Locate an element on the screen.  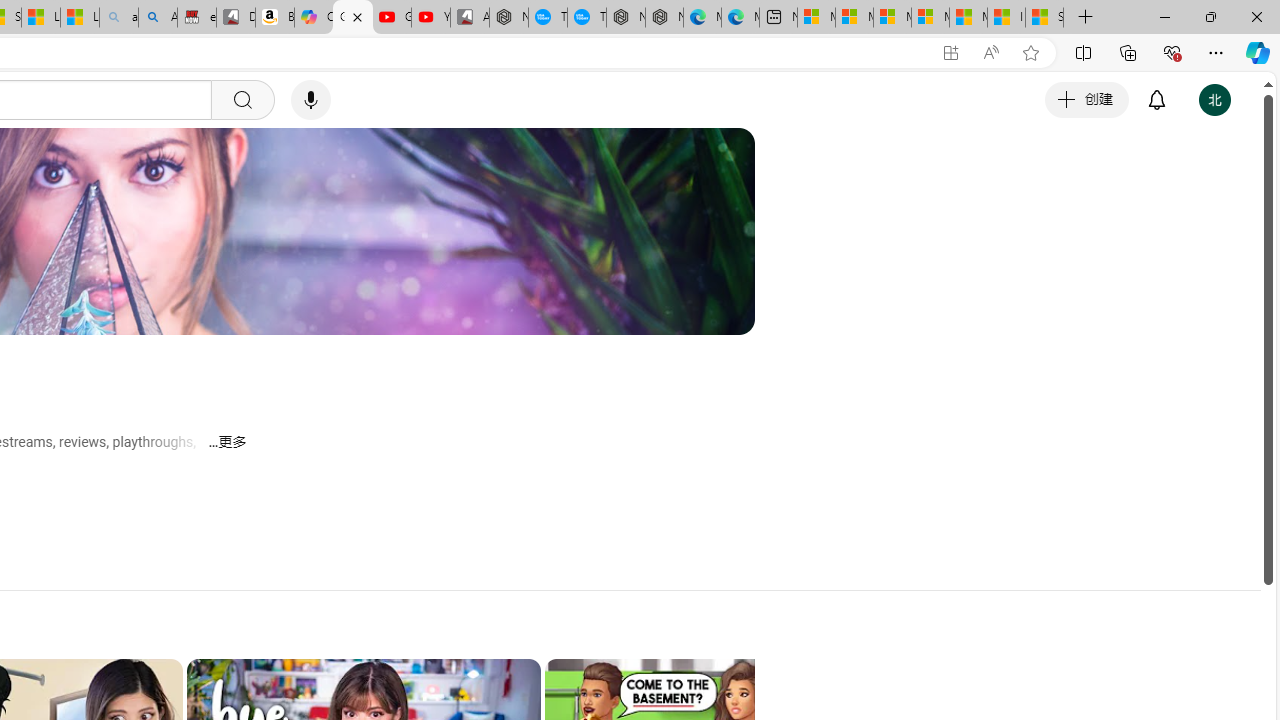
'I Gained 20 Pounds of Muscle in 30 Days! | Watch' is located at coordinates (1006, 17).